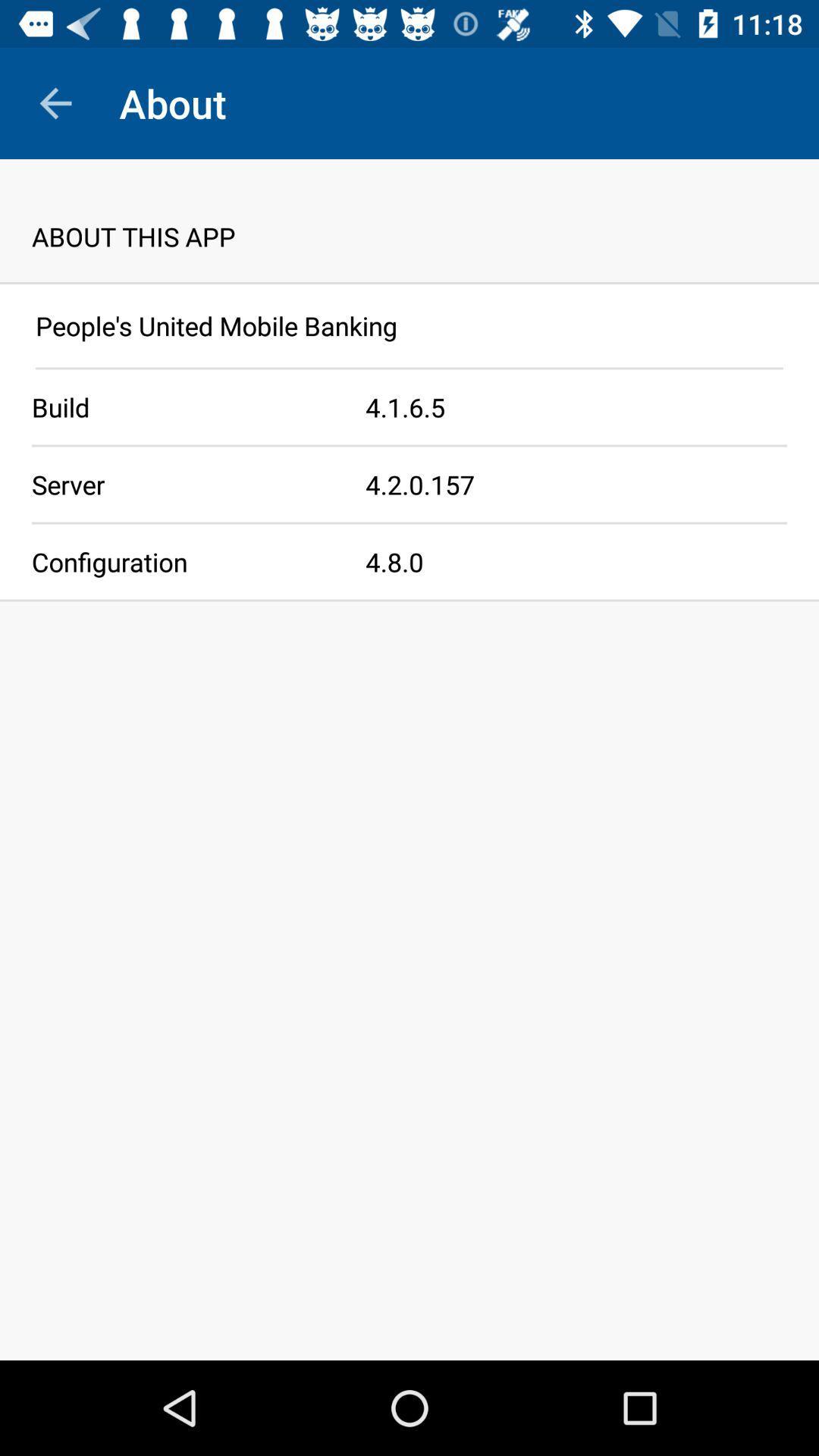 The image size is (819, 1456). I want to click on icon above about this app item, so click(55, 102).